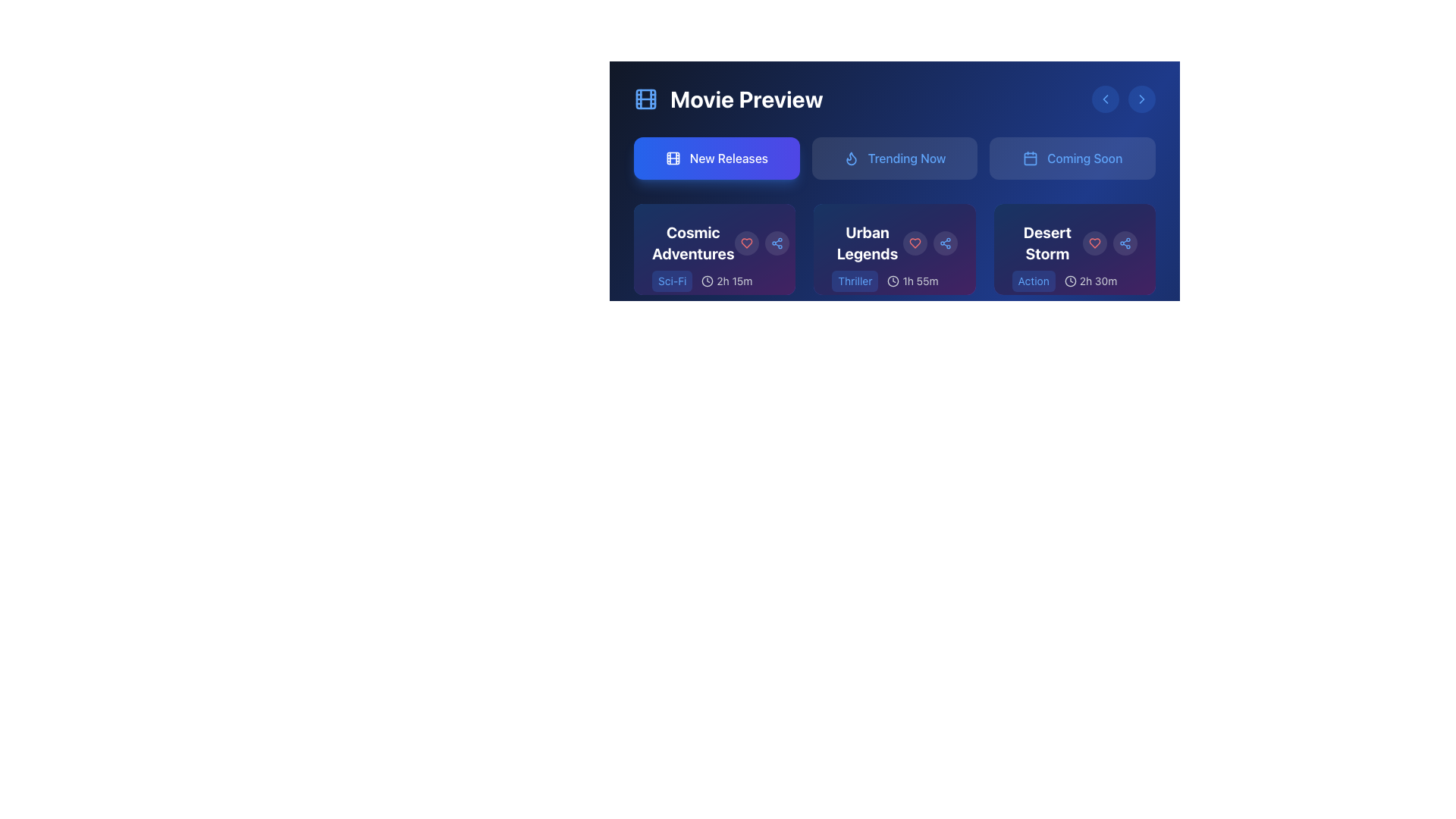 This screenshot has height=819, width=1456. Describe the element at coordinates (1084, 158) in the screenshot. I see `the 'Coming Soon' text label within the button located at the top-right area of the interface` at that location.